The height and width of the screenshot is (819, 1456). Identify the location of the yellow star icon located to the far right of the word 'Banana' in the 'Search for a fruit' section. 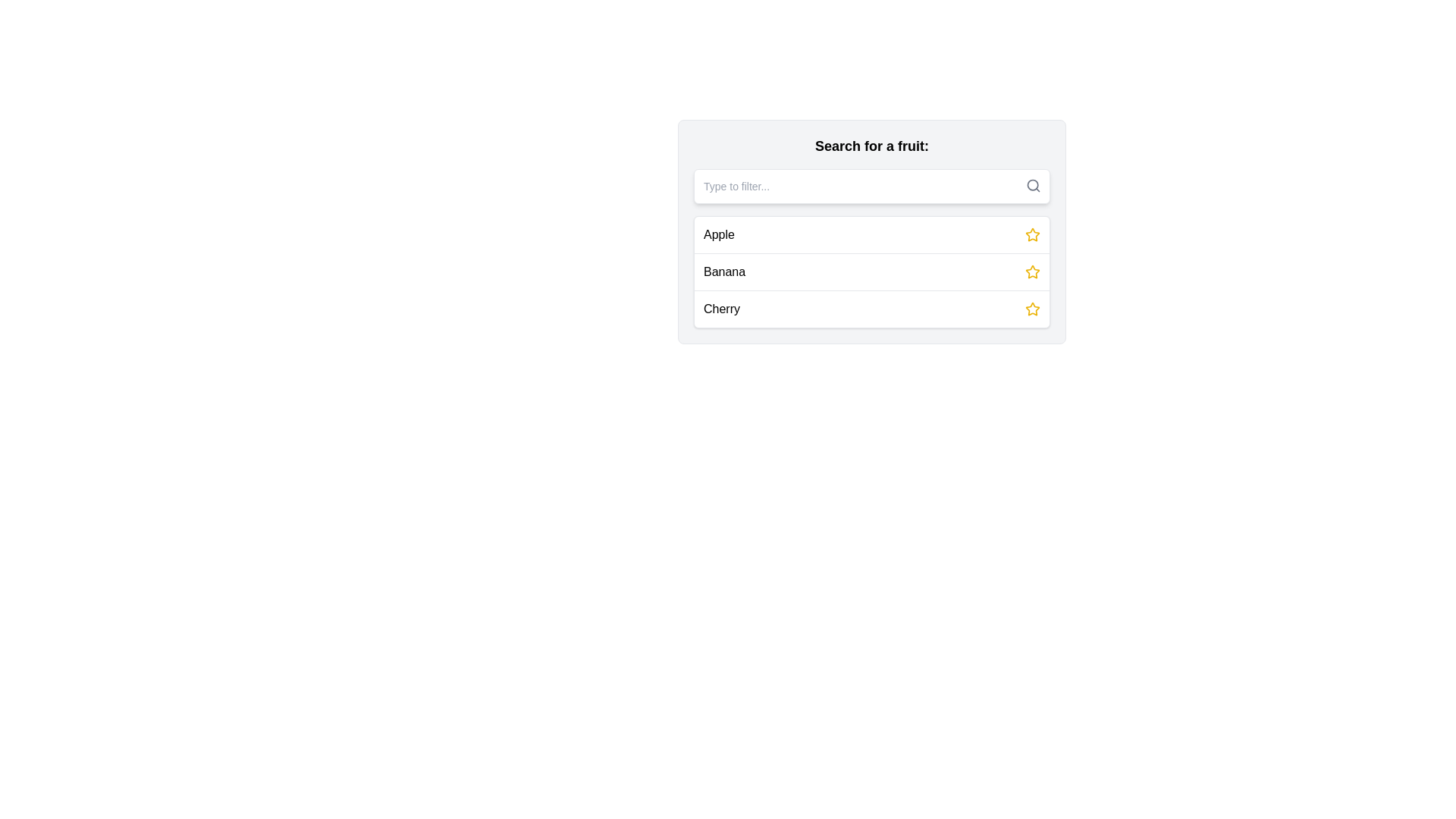
(1032, 271).